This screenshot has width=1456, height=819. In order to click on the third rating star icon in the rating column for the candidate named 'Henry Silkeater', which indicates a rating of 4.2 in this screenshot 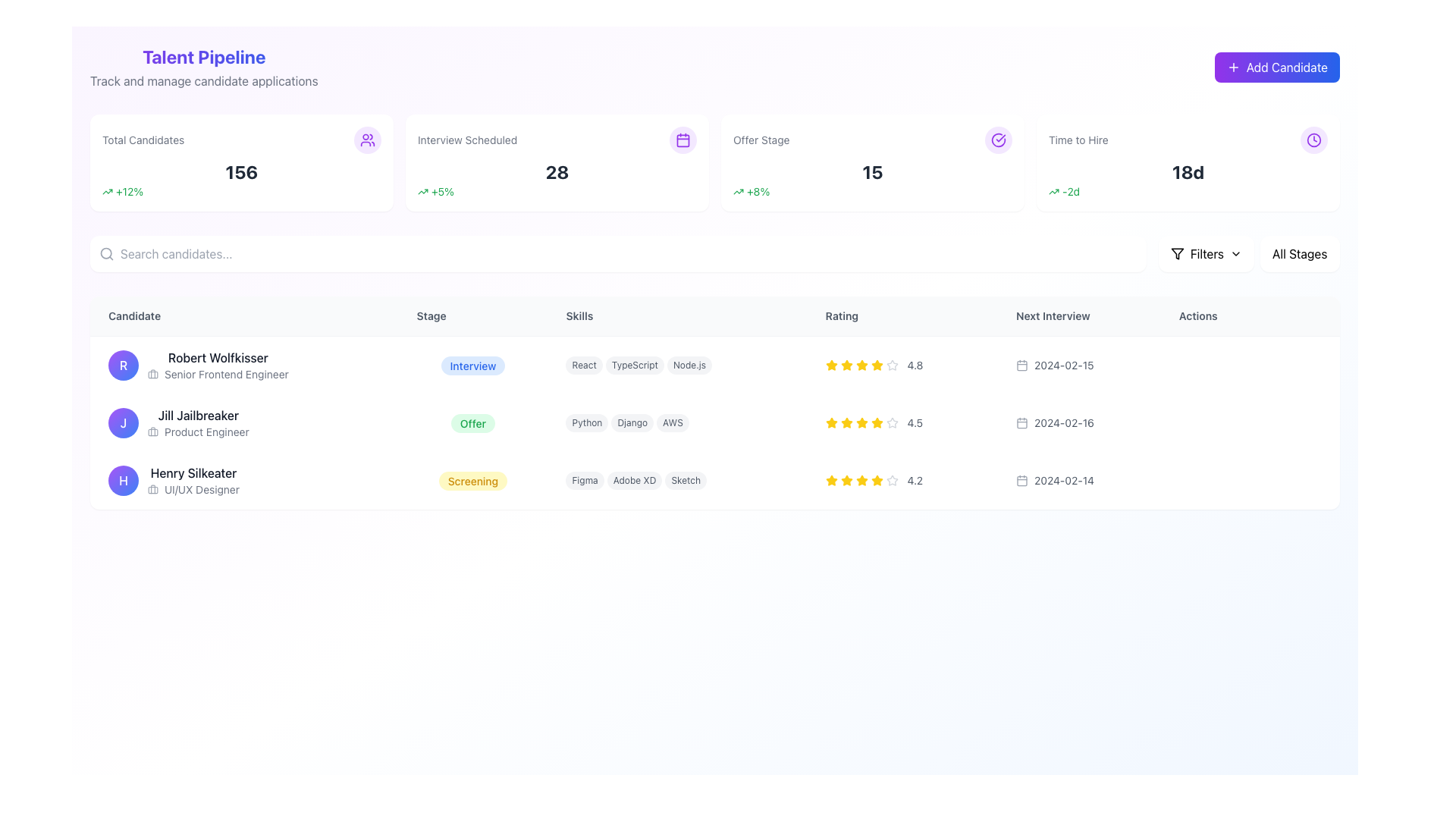, I will do `click(846, 480)`.